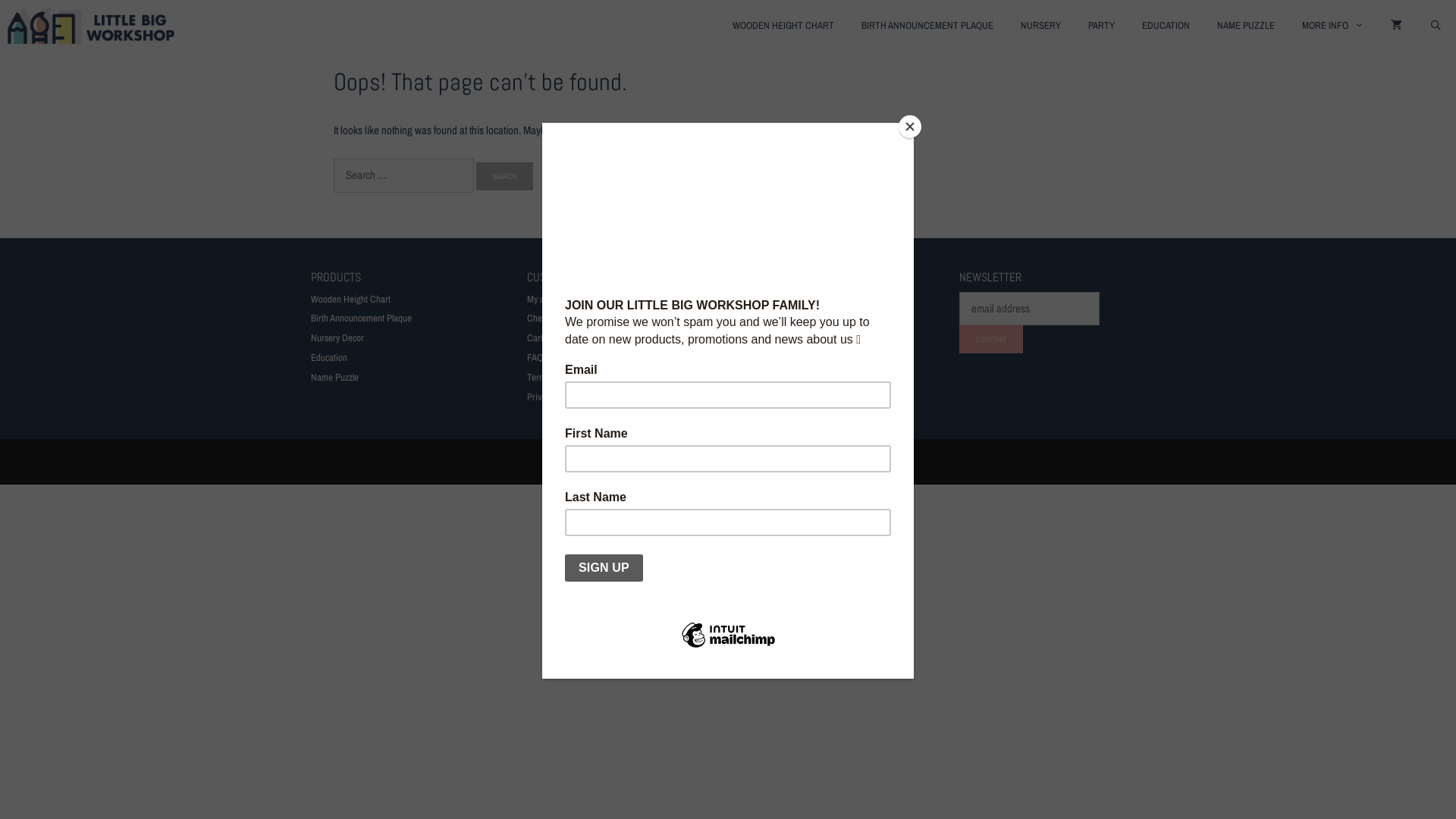 This screenshot has width=1456, height=819. I want to click on 'Terms & Conditions', so click(527, 376).